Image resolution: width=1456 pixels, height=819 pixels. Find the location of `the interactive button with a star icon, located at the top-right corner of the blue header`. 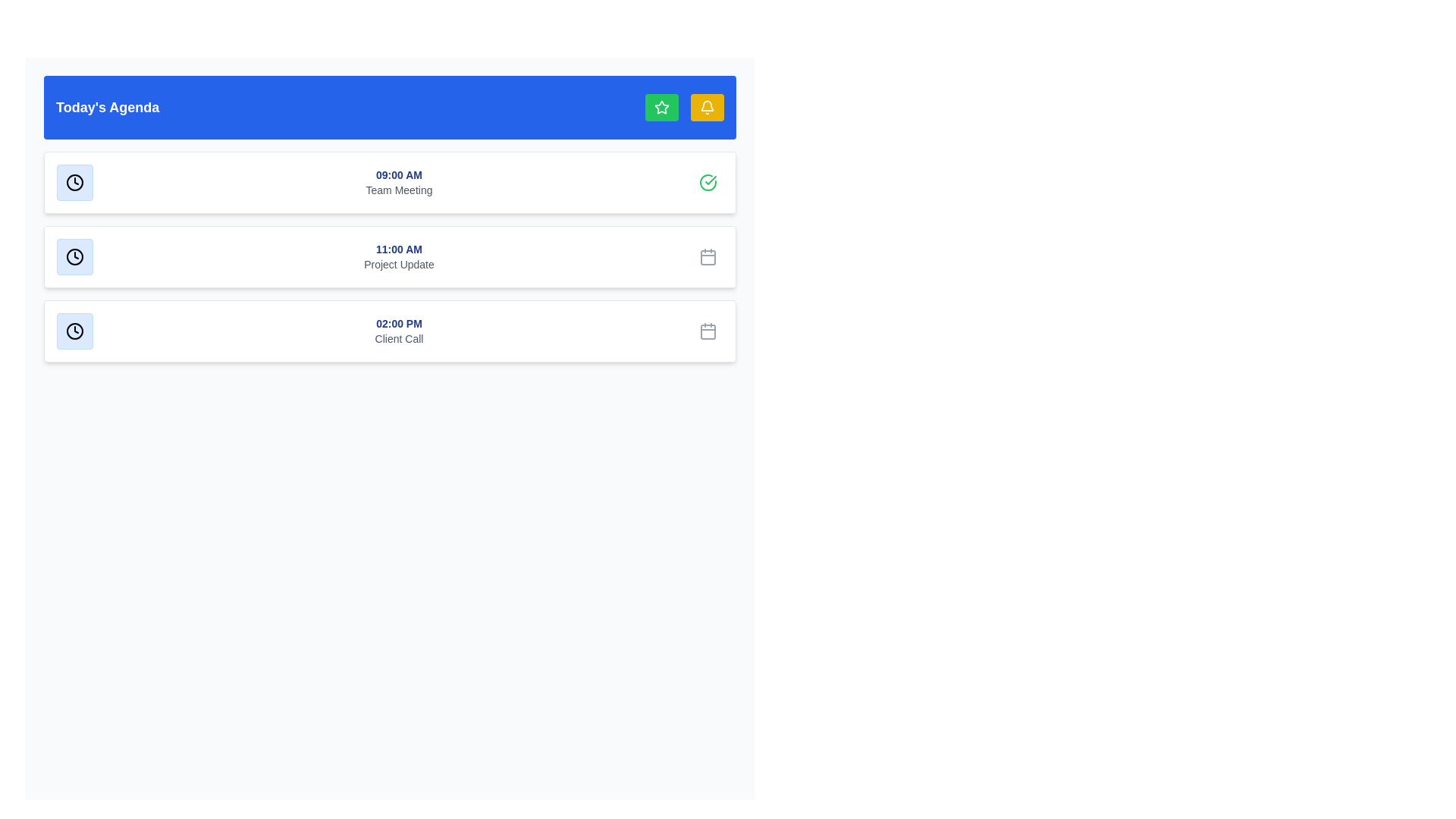

the interactive button with a star icon, located at the top-right corner of the blue header is located at coordinates (662, 107).